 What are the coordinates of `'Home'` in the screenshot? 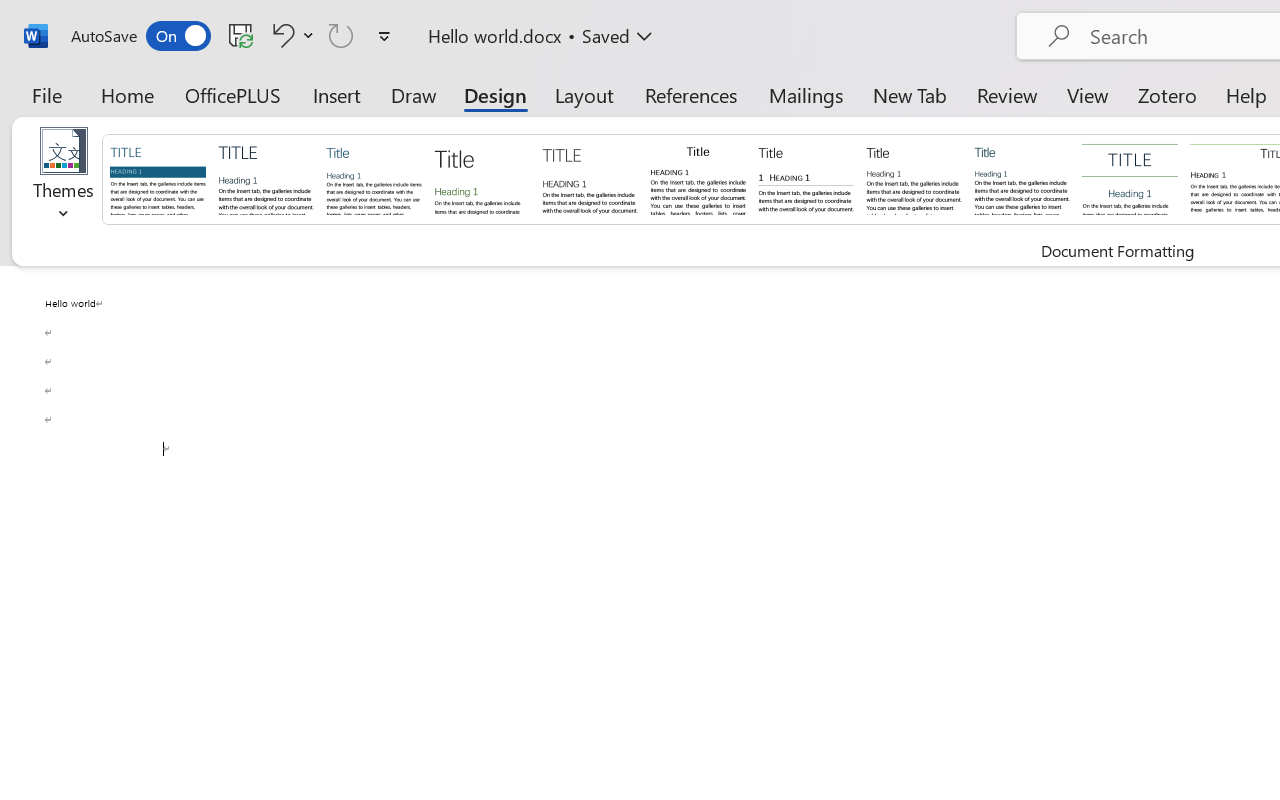 It's located at (127, 94).